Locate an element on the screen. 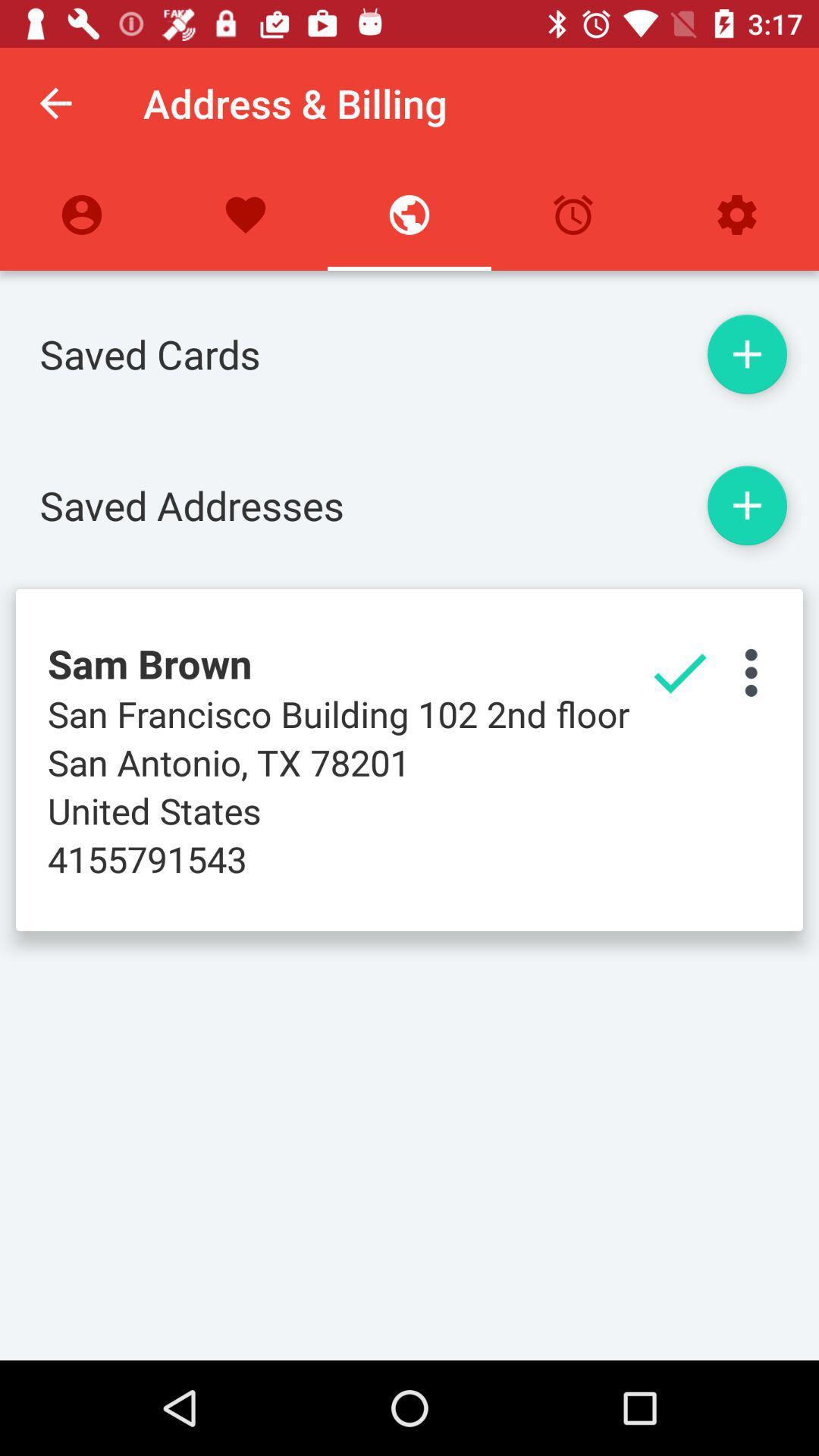 Image resolution: width=819 pixels, height=1456 pixels. new card is located at coordinates (746, 353).